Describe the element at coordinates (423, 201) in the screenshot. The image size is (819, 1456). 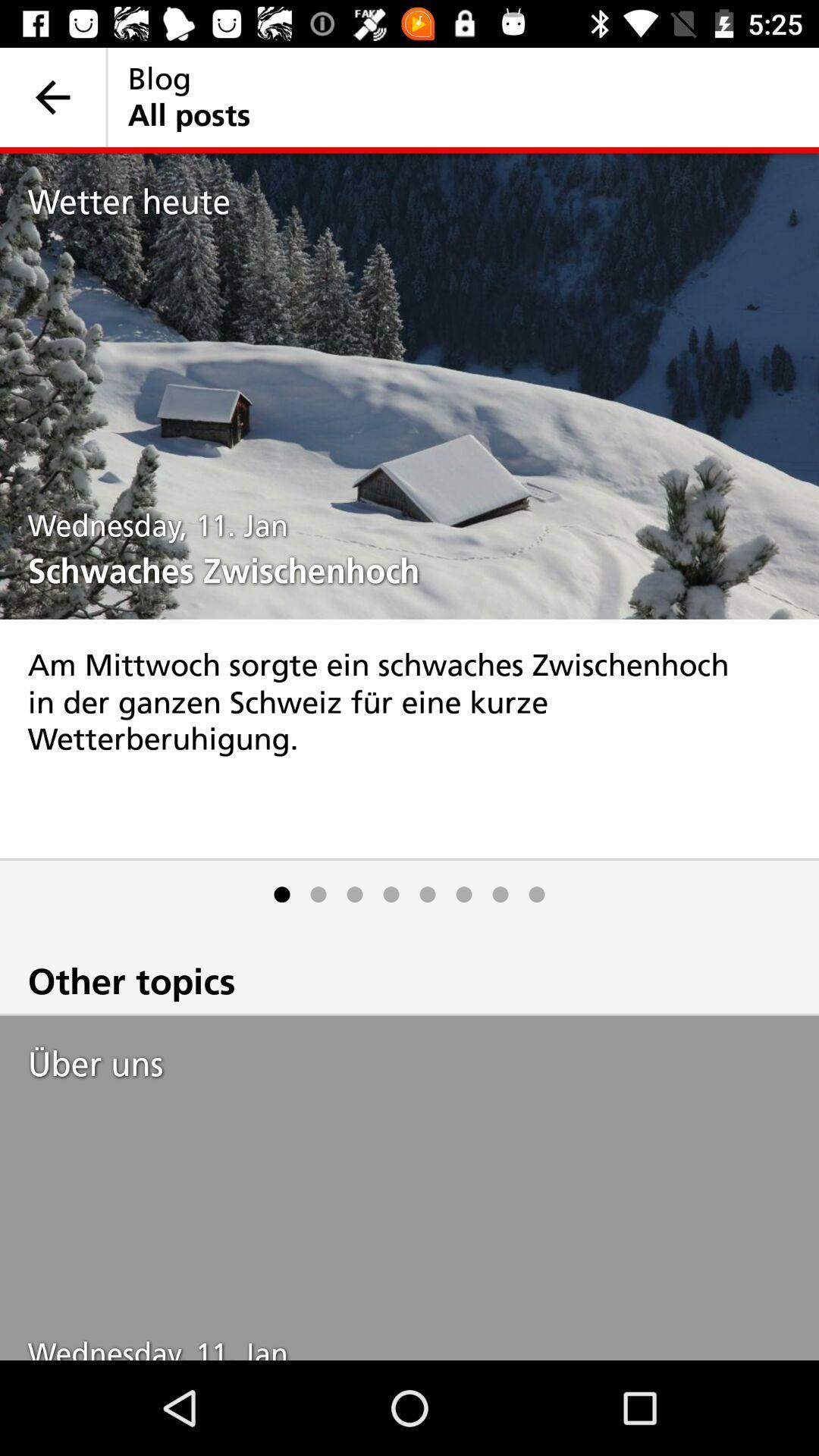
I see `wetter heute item` at that location.